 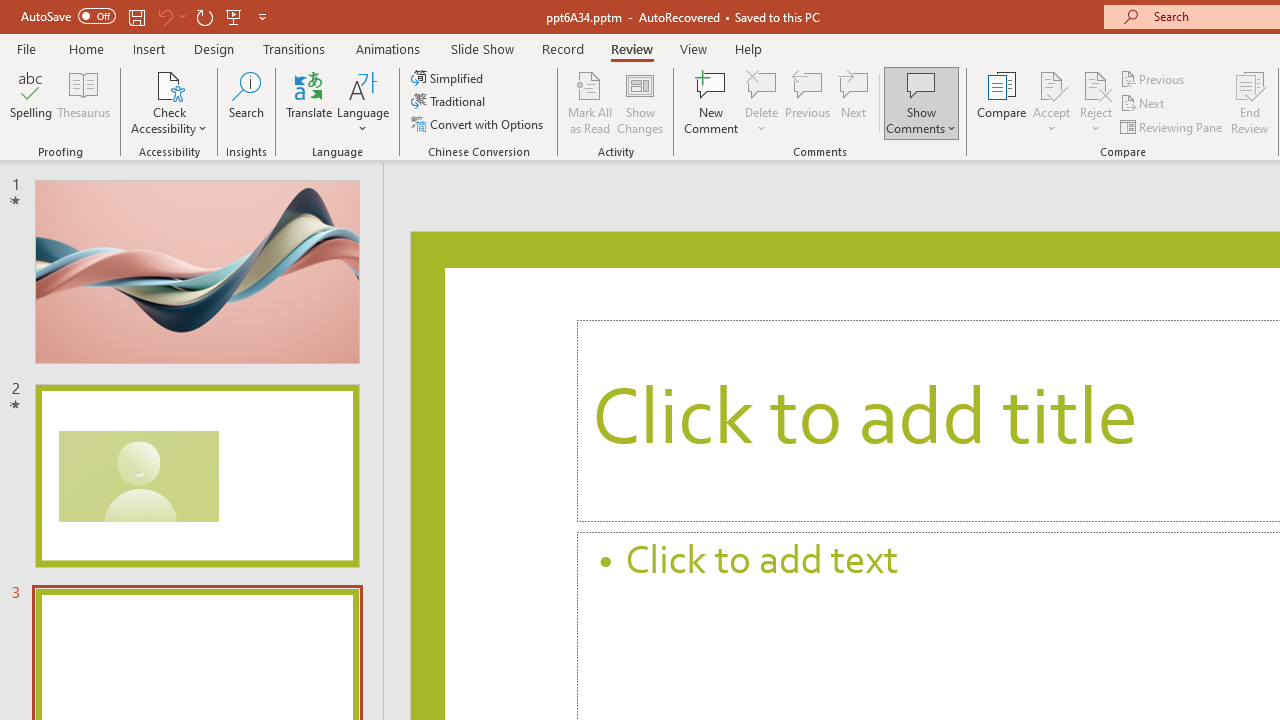 What do you see at coordinates (640, 103) in the screenshot?
I see `'Show Changes'` at bounding box center [640, 103].